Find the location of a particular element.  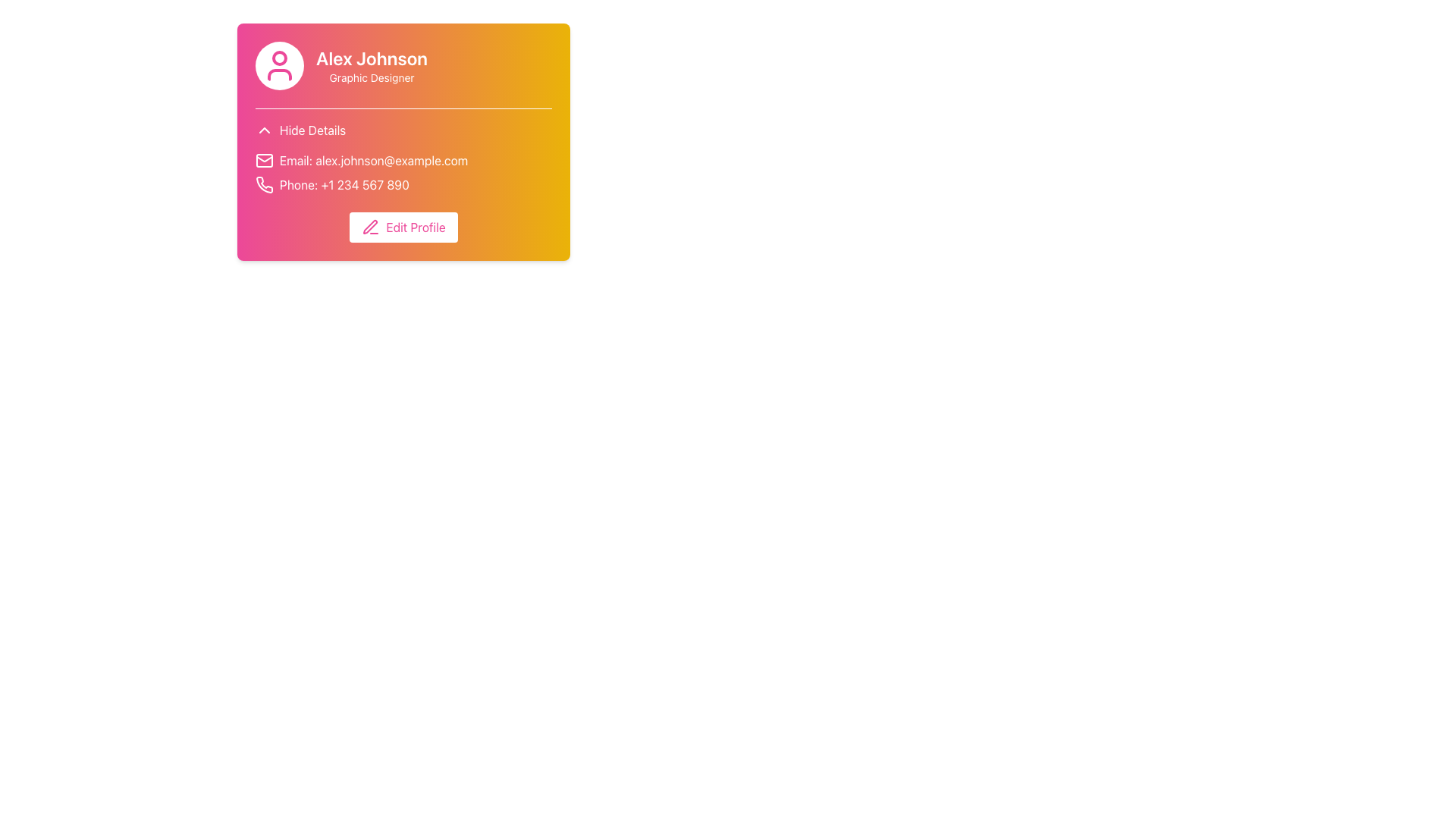

the small pink phone icon located to the left of the phone number '+1 234 567 890' in the contact information section is located at coordinates (265, 184).